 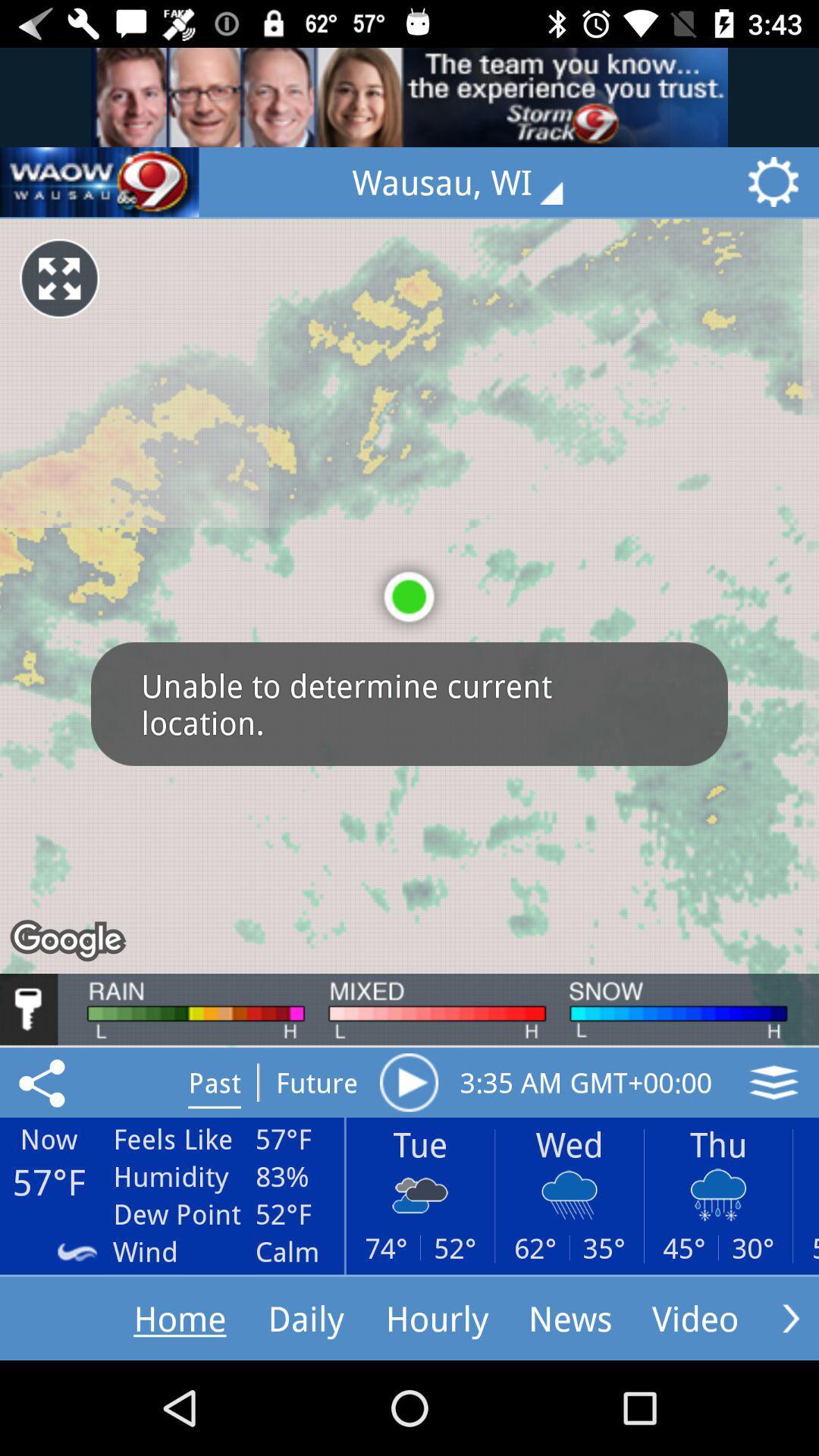 What do you see at coordinates (99, 182) in the screenshot?
I see `the volume icon` at bounding box center [99, 182].